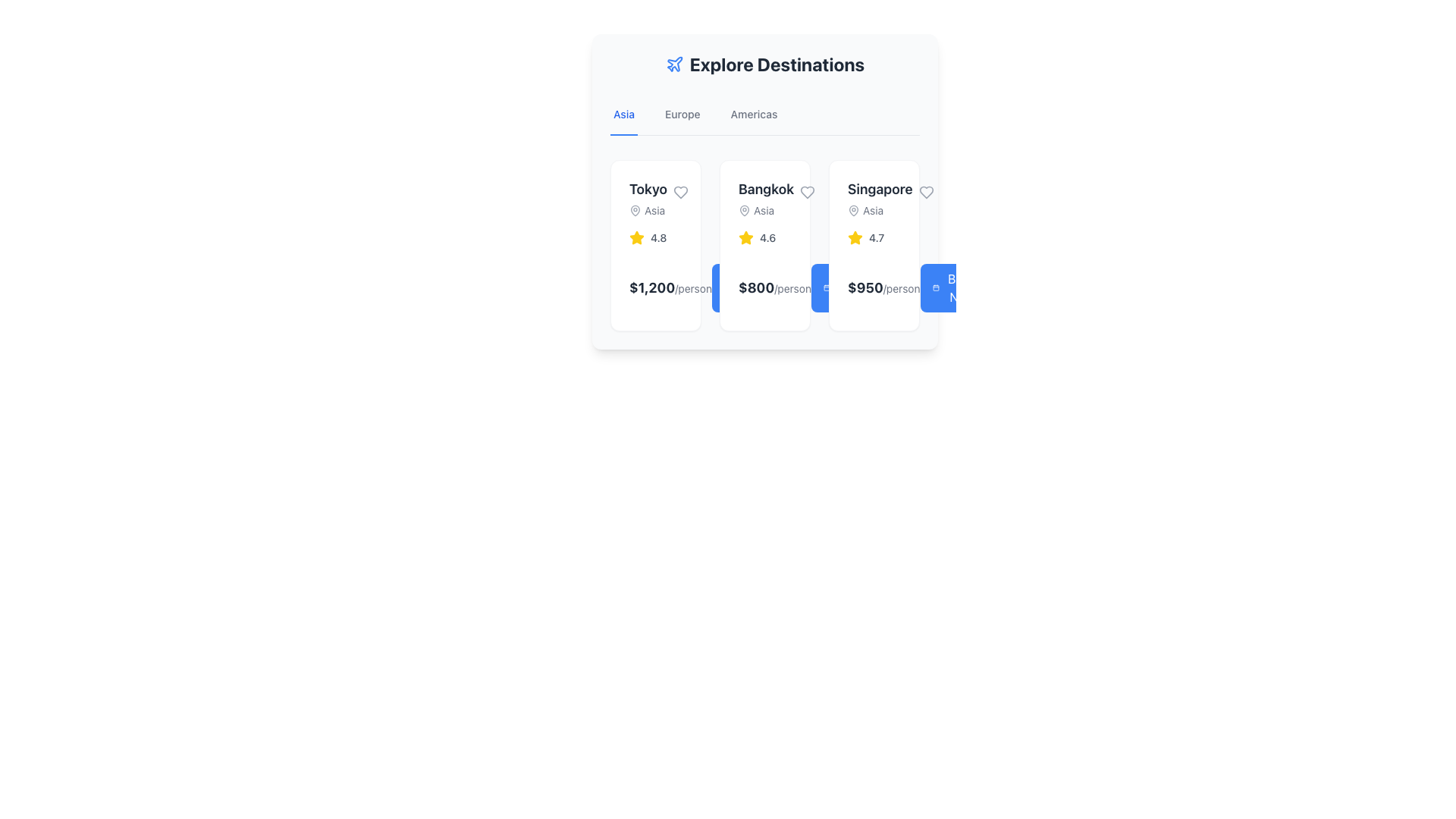  Describe the element at coordinates (745, 237) in the screenshot. I see `the rating star icon in the middle card (Bangkok) under the 'Asia' tab in the 'Explore Destinations' section, which displays the designated rating value` at that location.